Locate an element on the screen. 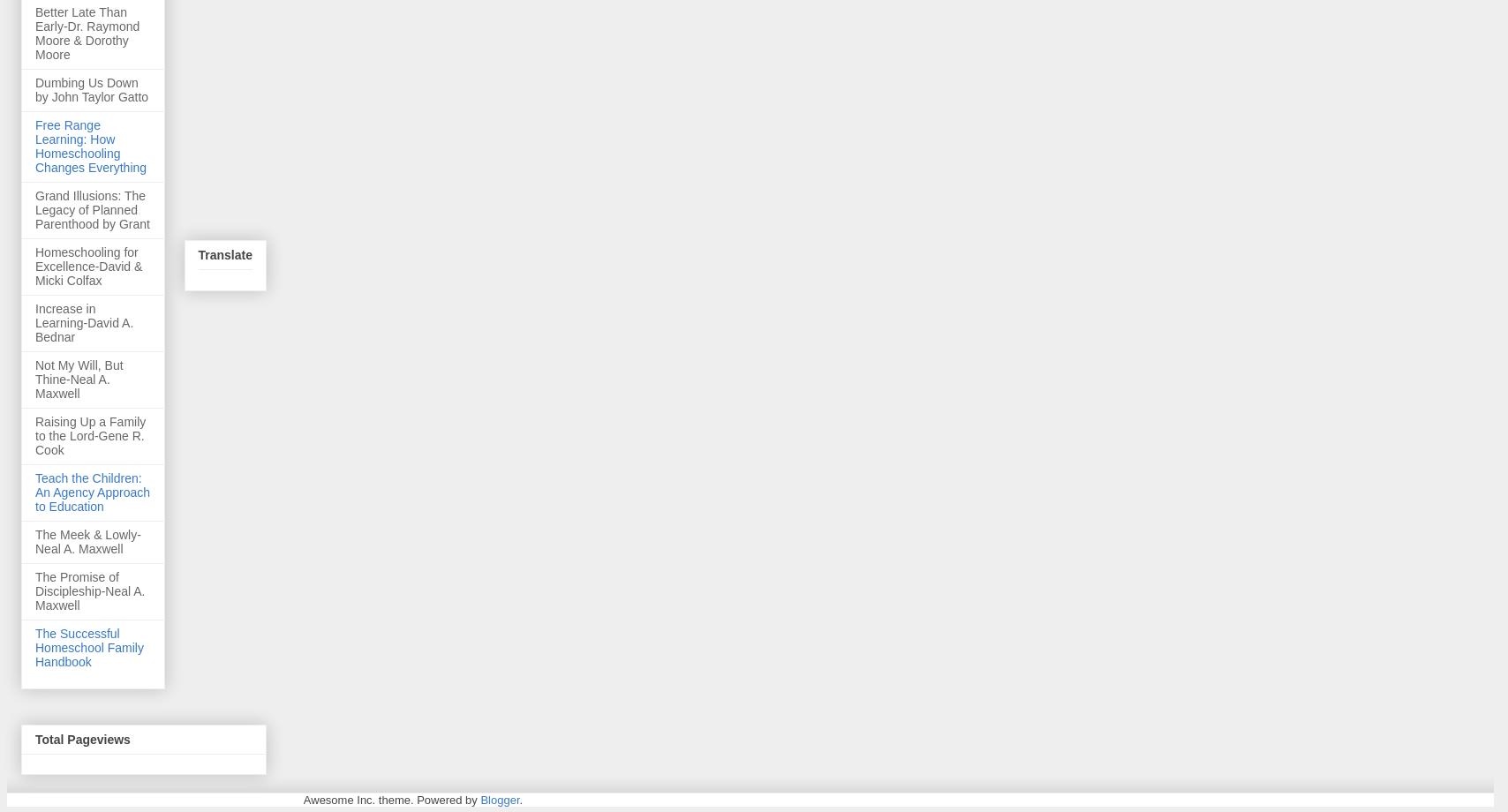  'Grand Illusions: The Legacy of Planned Parenthood by Grant' is located at coordinates (34, 208).